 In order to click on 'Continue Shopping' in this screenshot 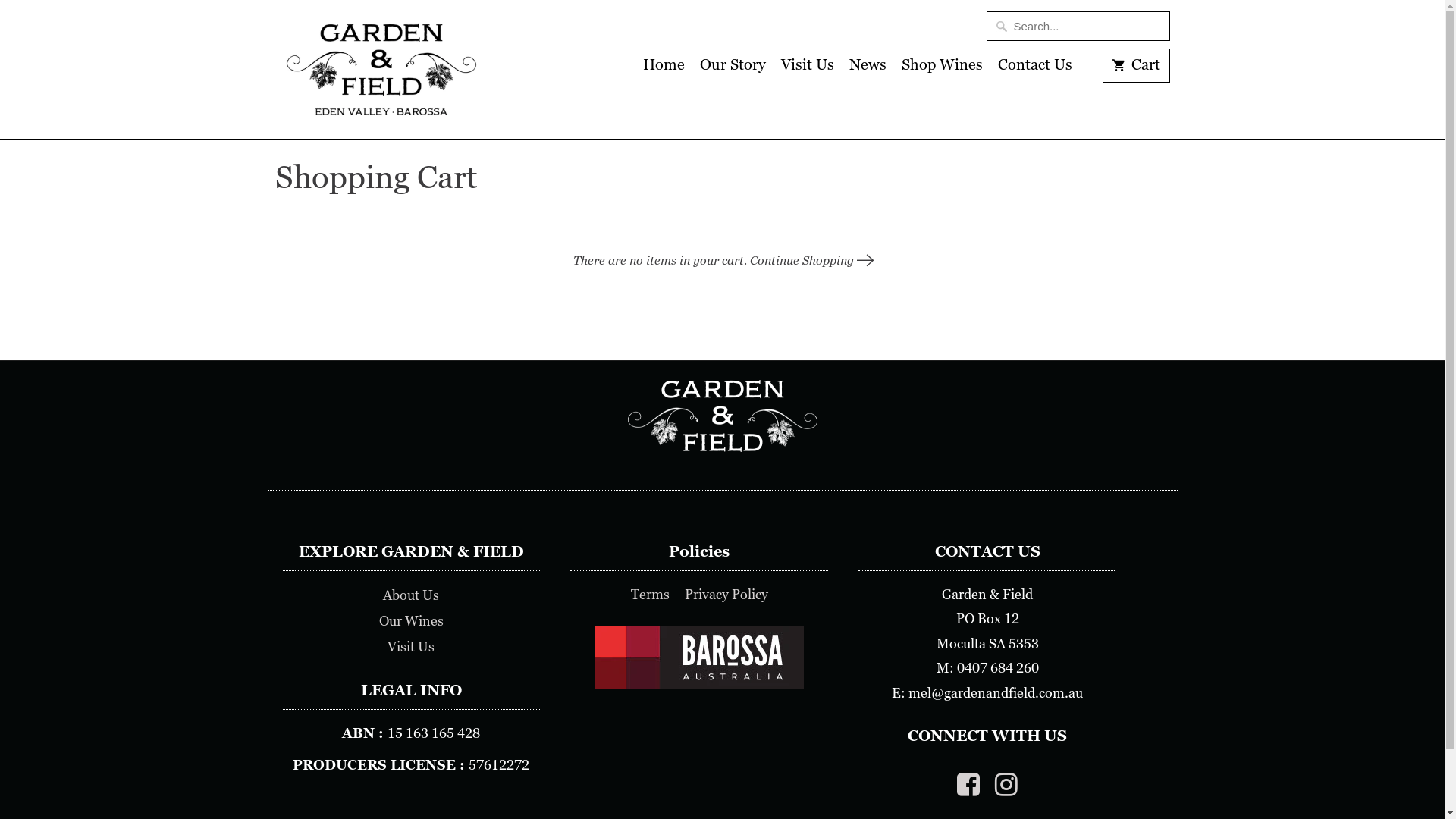, I will do `click(810, 259)`.